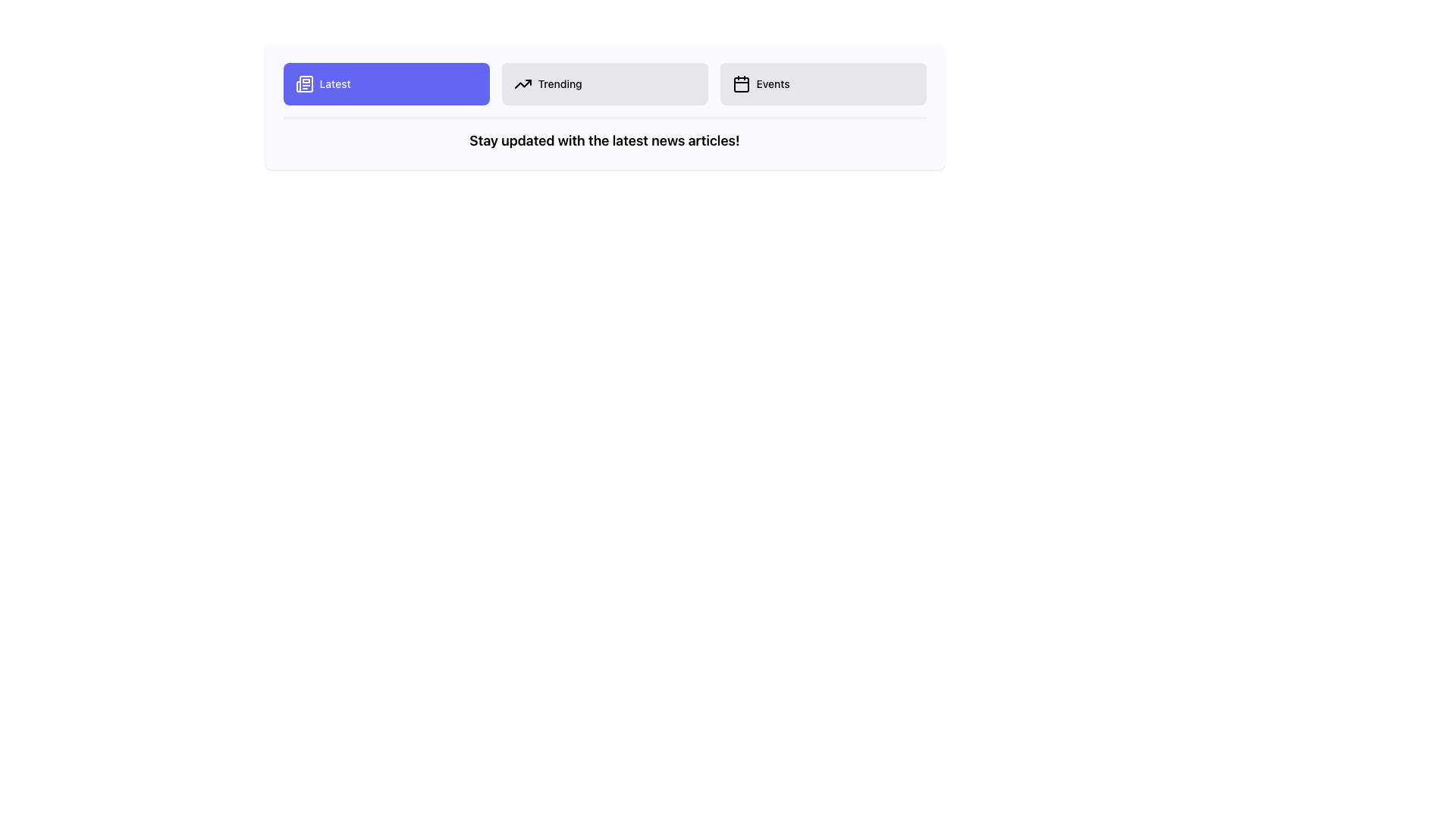  Describe the element at coordinates (604, 106) in the screenshot. I see `to select or activate the 'Trending' category button, which is the middle segment of a rectangular button with a light gray background and rounded corners` at that location.